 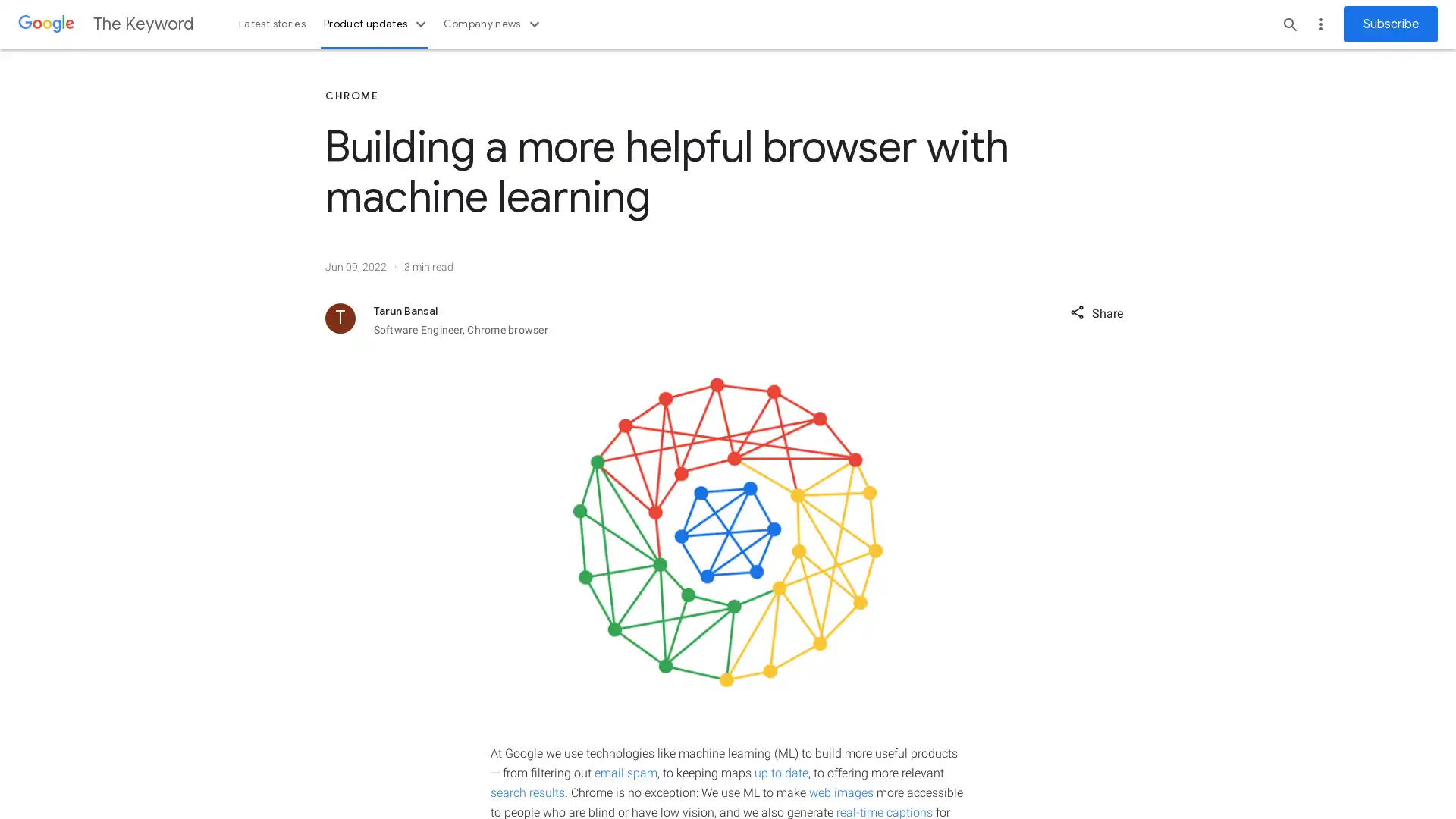 What do you see at coordinates (1096, 311) in the screenshot?
I see `Share` at bounding box center [1096, 311].